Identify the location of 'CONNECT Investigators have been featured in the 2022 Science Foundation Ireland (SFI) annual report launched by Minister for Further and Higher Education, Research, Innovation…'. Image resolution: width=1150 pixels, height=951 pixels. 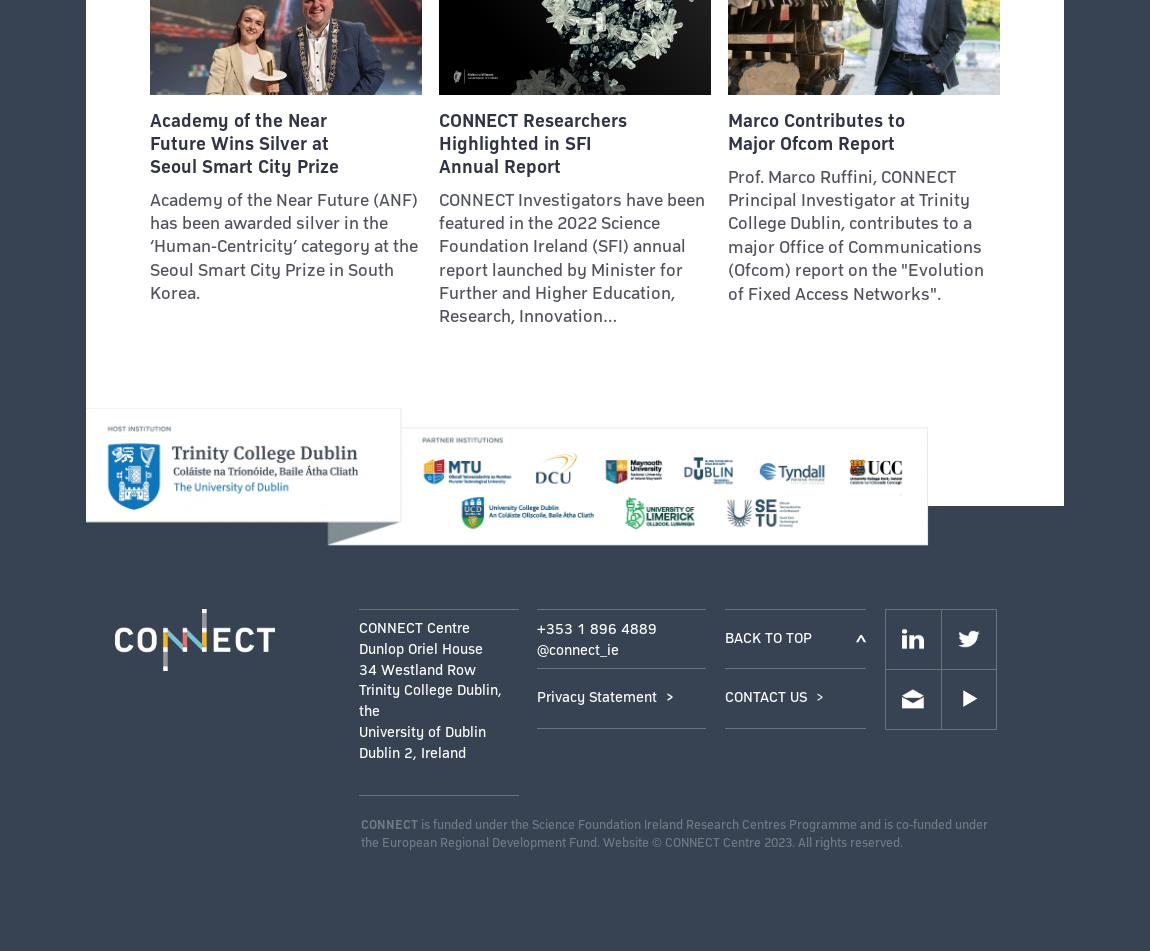
(570, 257).